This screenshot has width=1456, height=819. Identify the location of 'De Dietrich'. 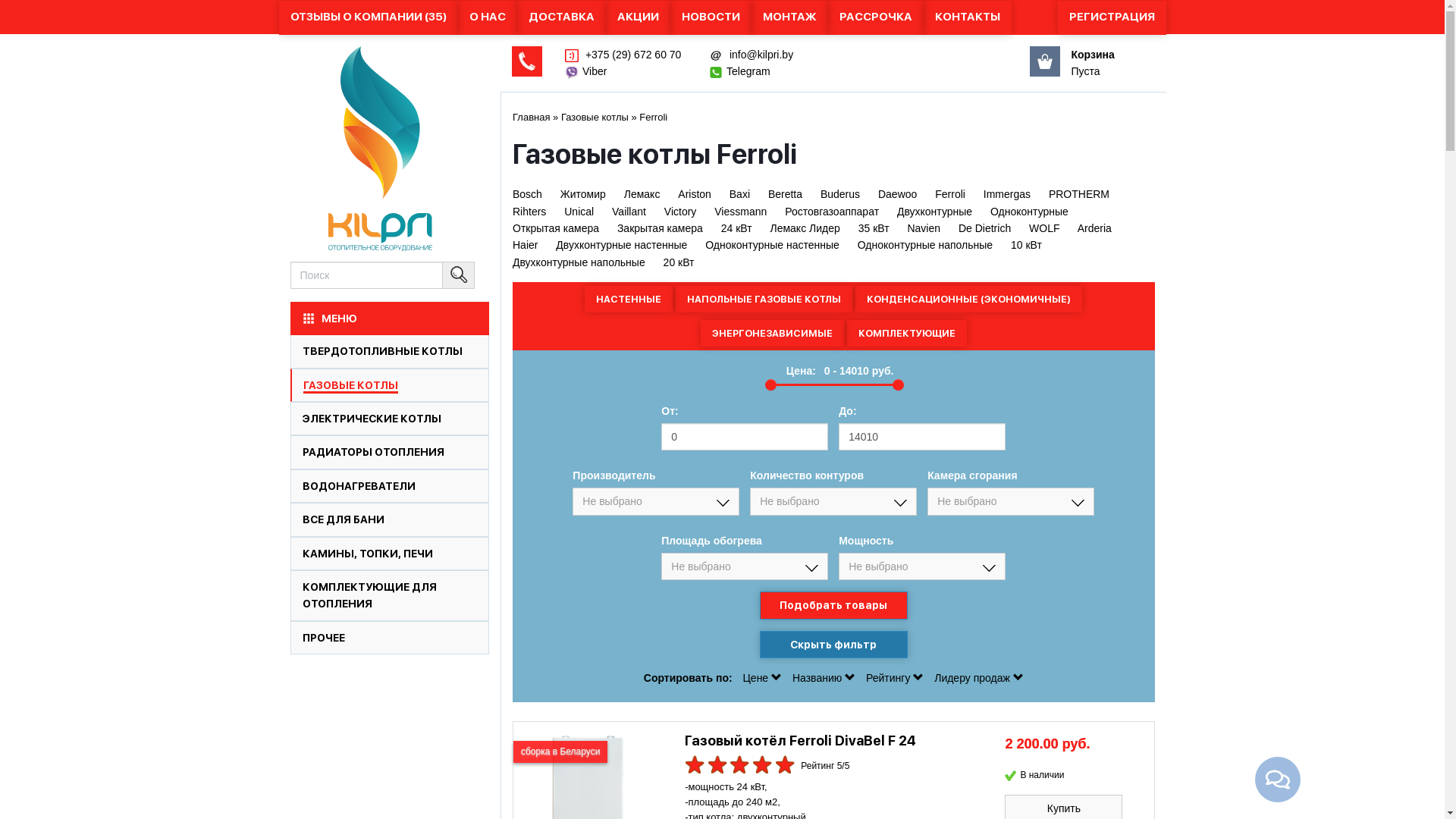
(957, 227).